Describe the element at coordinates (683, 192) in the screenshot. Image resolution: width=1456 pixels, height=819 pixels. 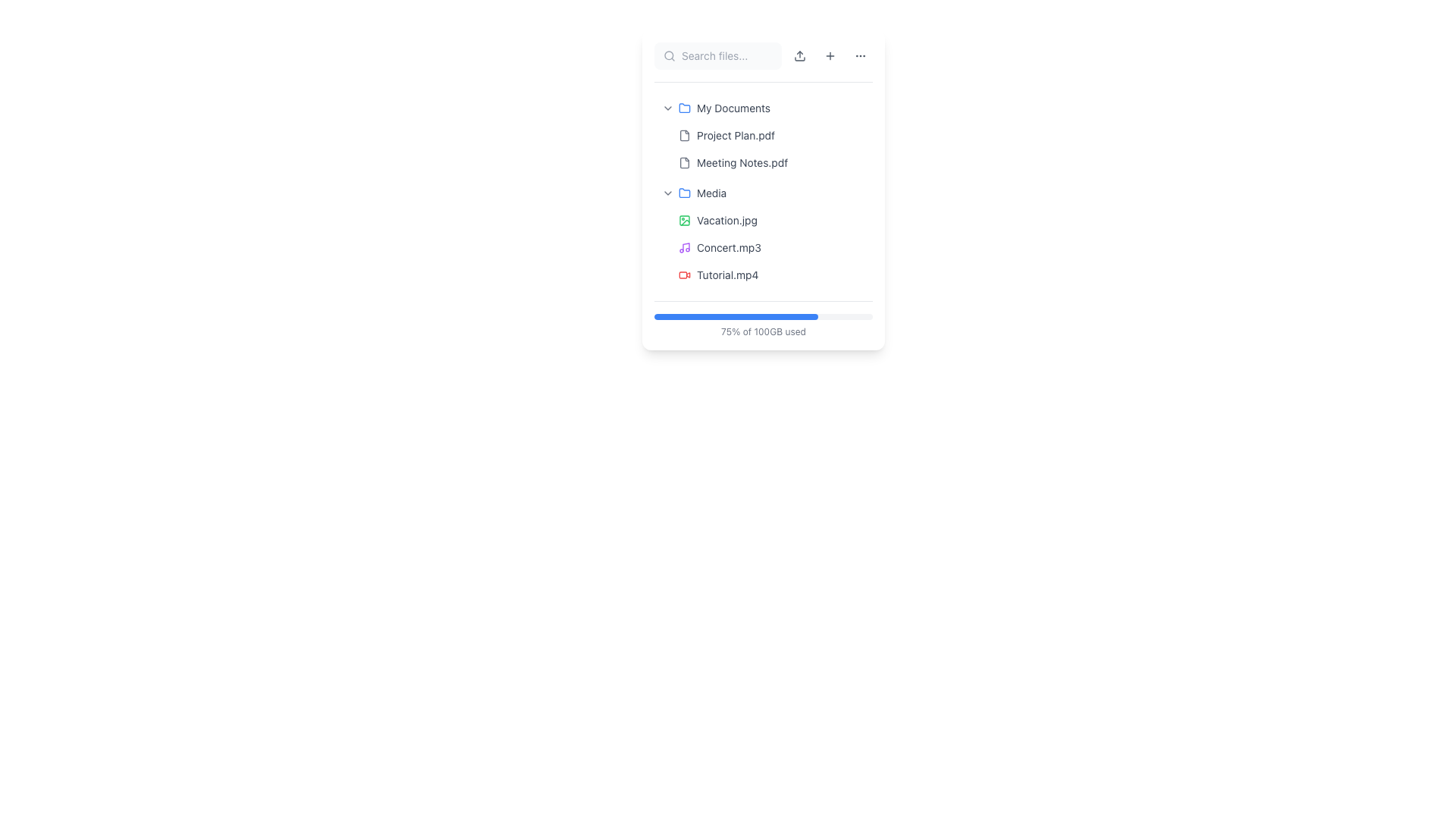
I see `the folder icon representing the 'Media' folder in the file navigation list` at that location.